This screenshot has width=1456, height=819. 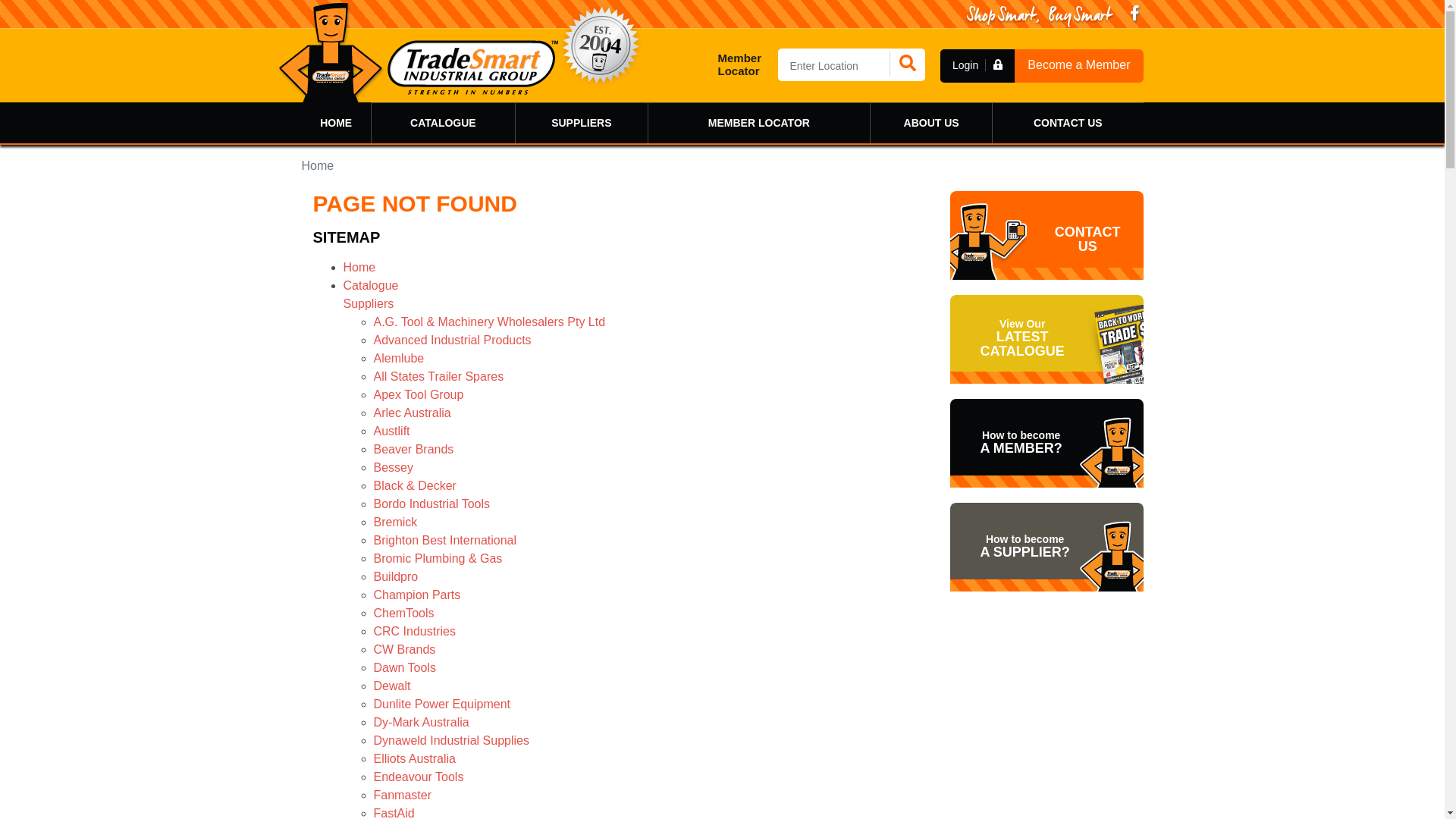 What do you see at coordinates (1045, 235) in the screenshot?
I see `'CONTACT` at bounding box center [1045, 235].